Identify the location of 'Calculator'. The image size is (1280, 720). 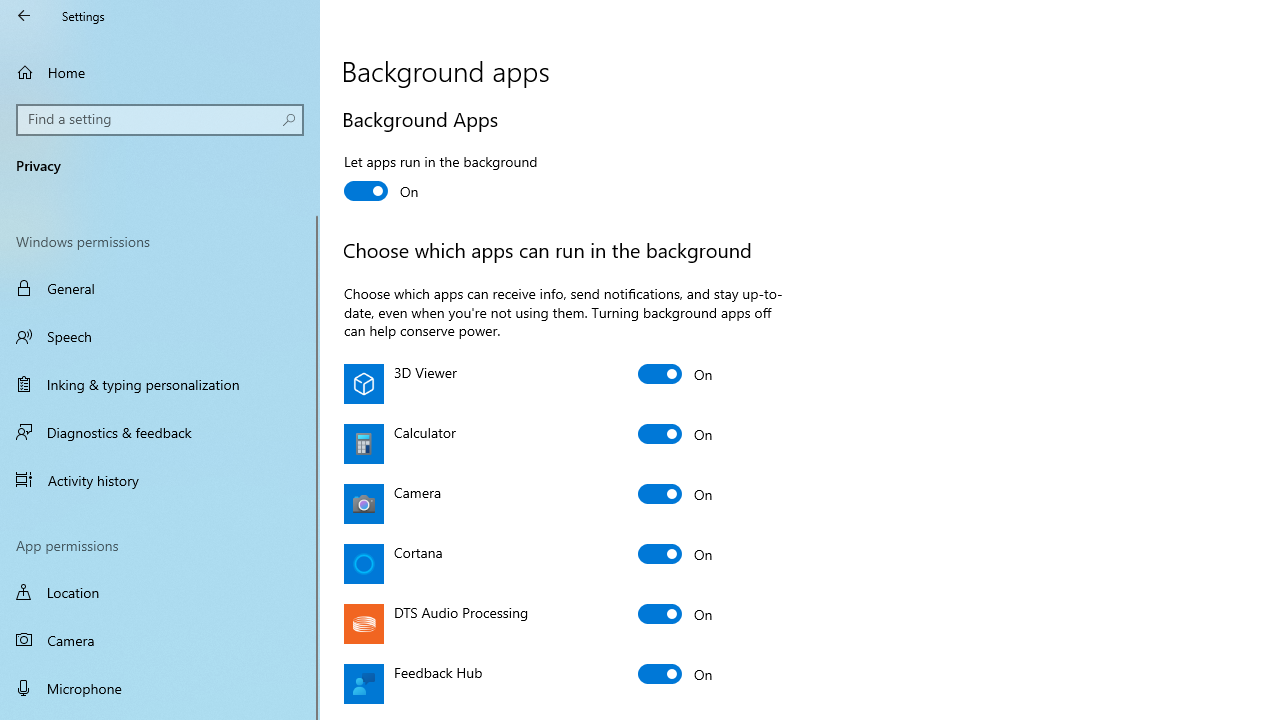
(675, 433).